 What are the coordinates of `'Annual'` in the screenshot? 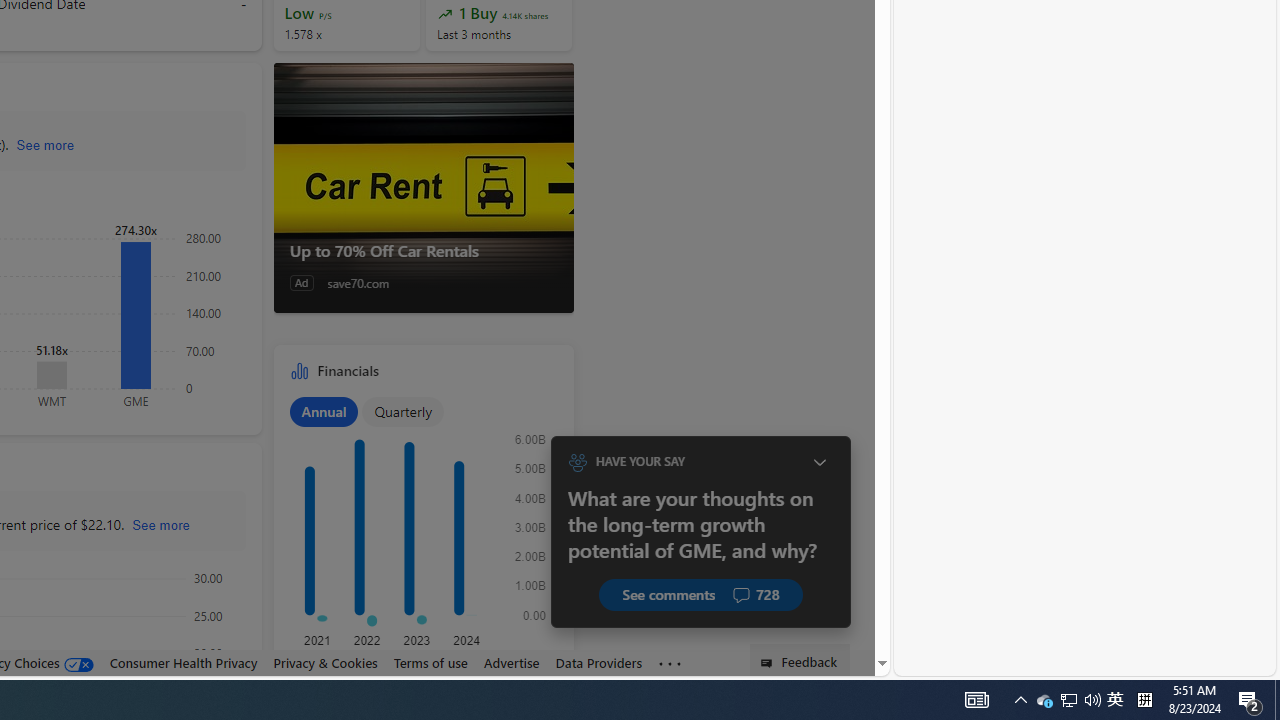 It's located at (323, 410).